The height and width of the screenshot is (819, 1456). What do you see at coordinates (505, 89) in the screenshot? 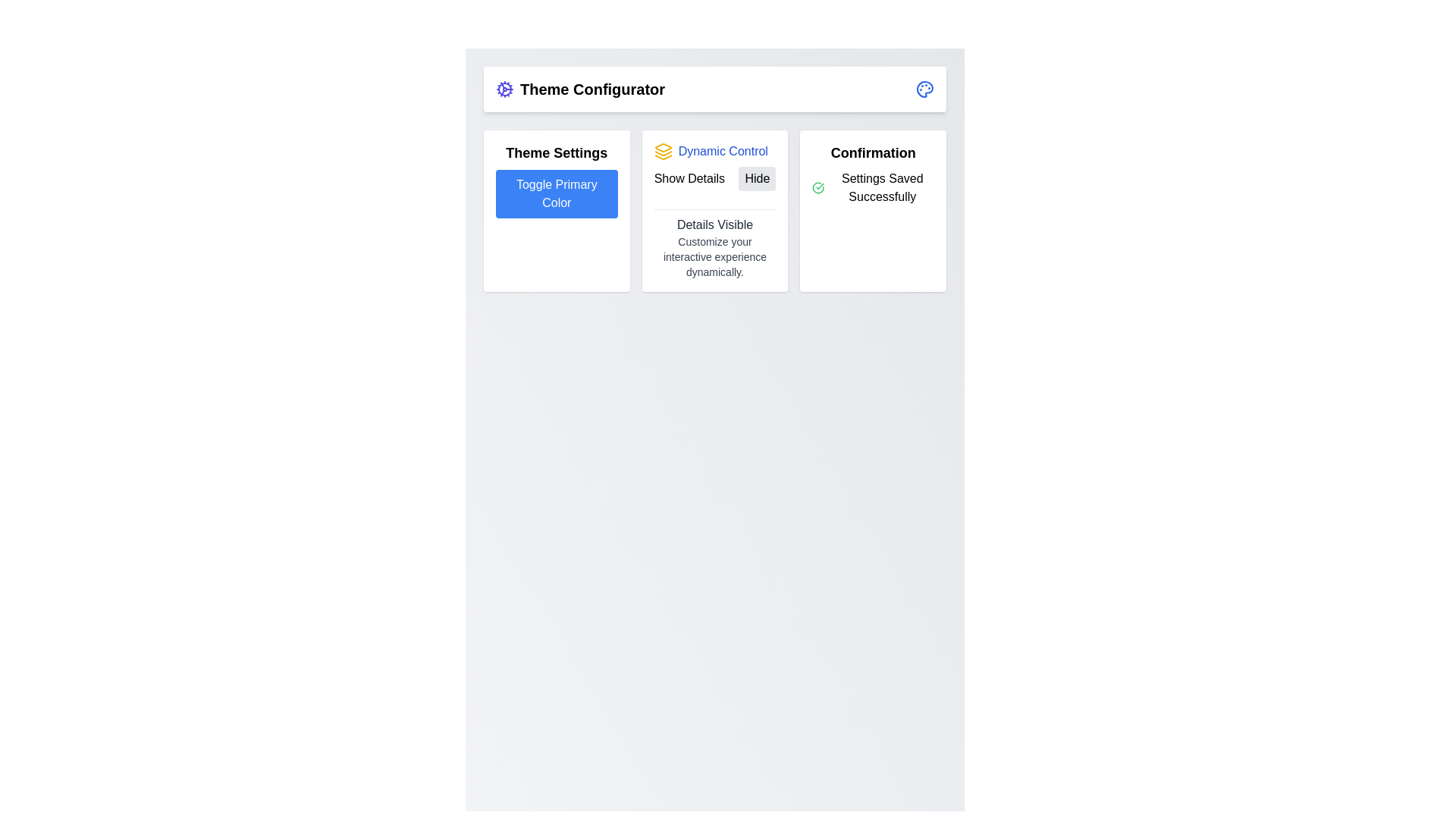
I see `the small blue-indigo gear icon located to the left of the 'Theme Configurator' header` at bounding box center [505, 89].